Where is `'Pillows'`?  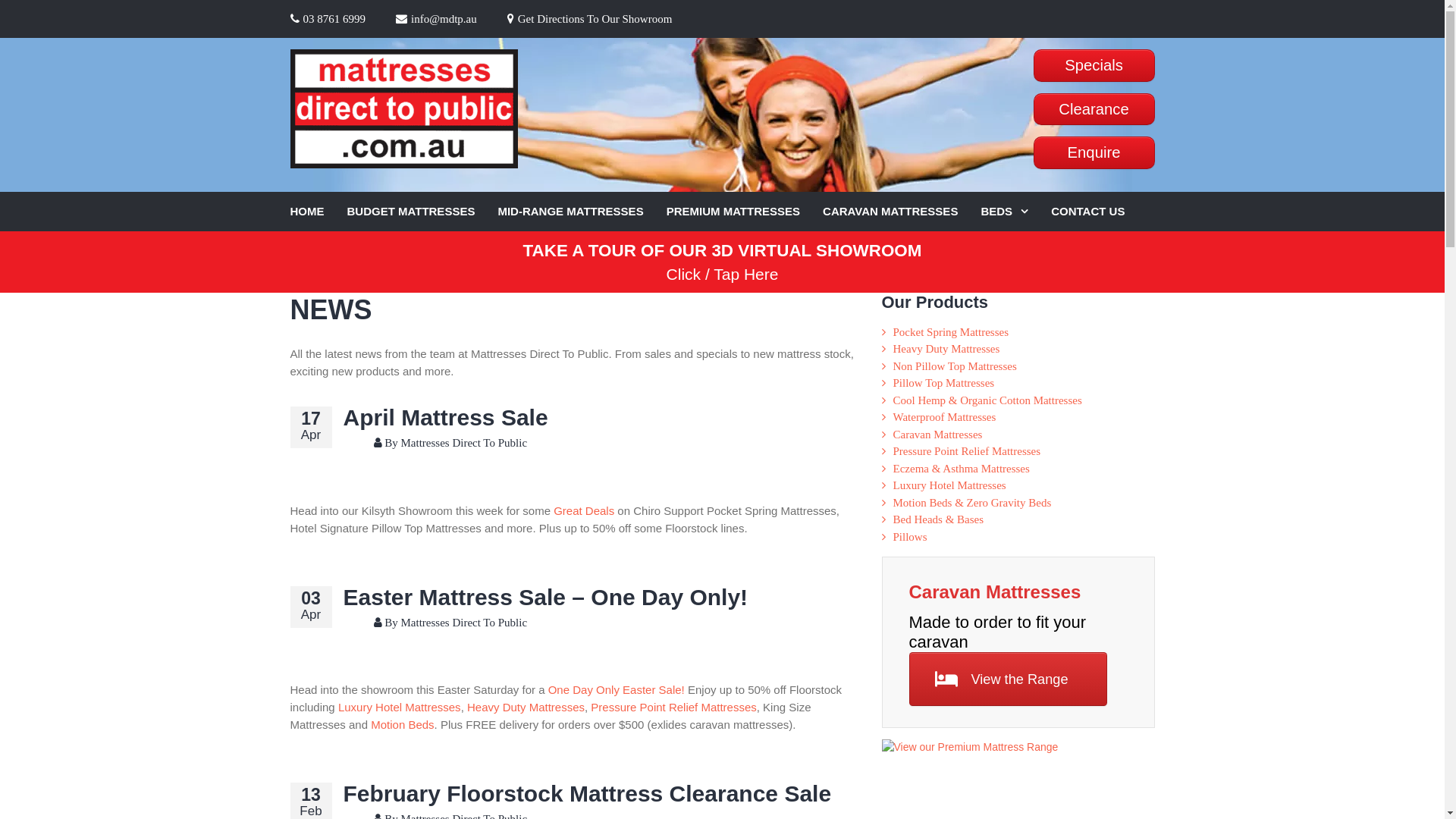
'Pillows' is located at coordinates (893, 536).